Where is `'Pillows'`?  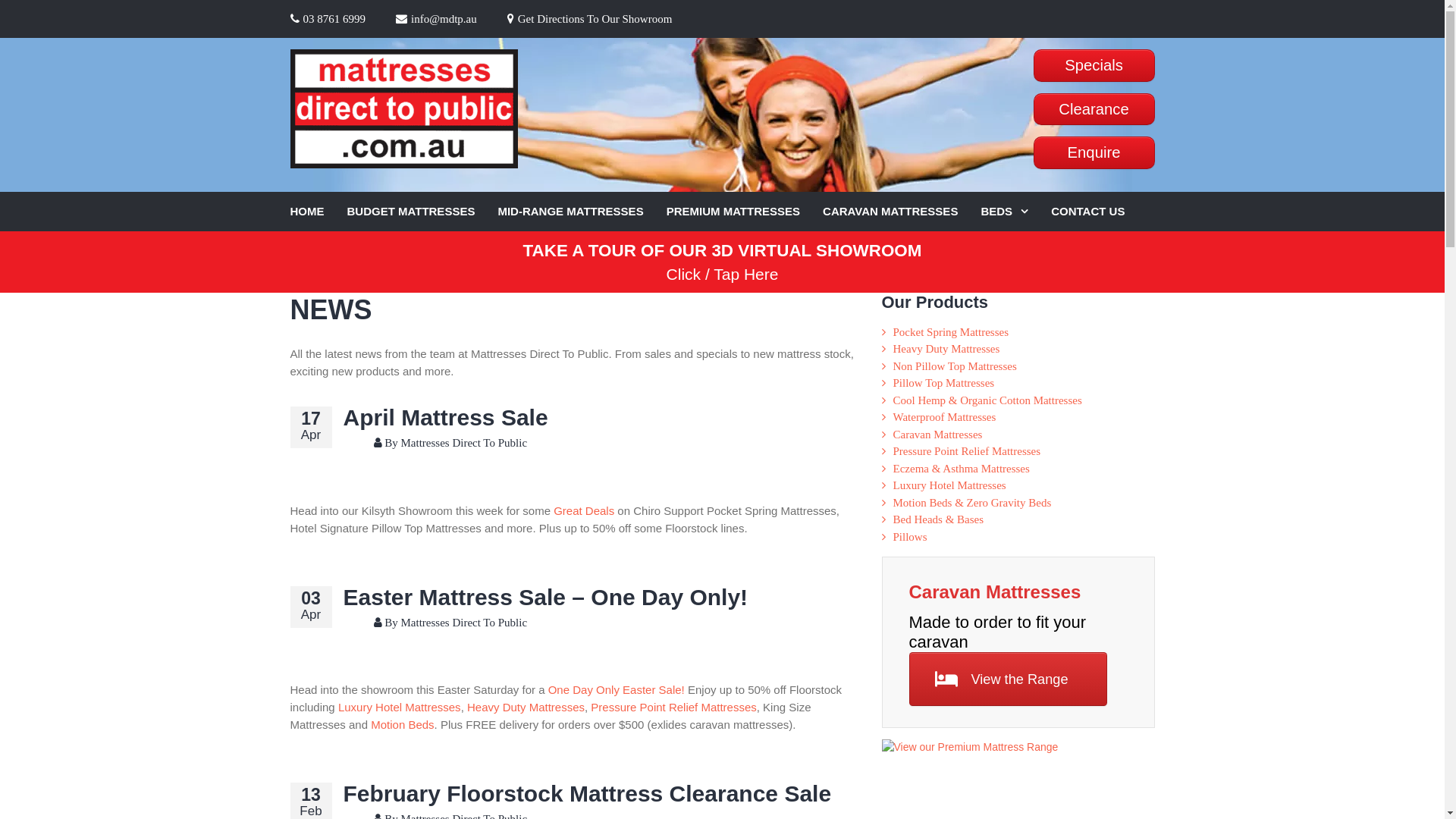
'Pillows' is located at coordinates (893, 536).